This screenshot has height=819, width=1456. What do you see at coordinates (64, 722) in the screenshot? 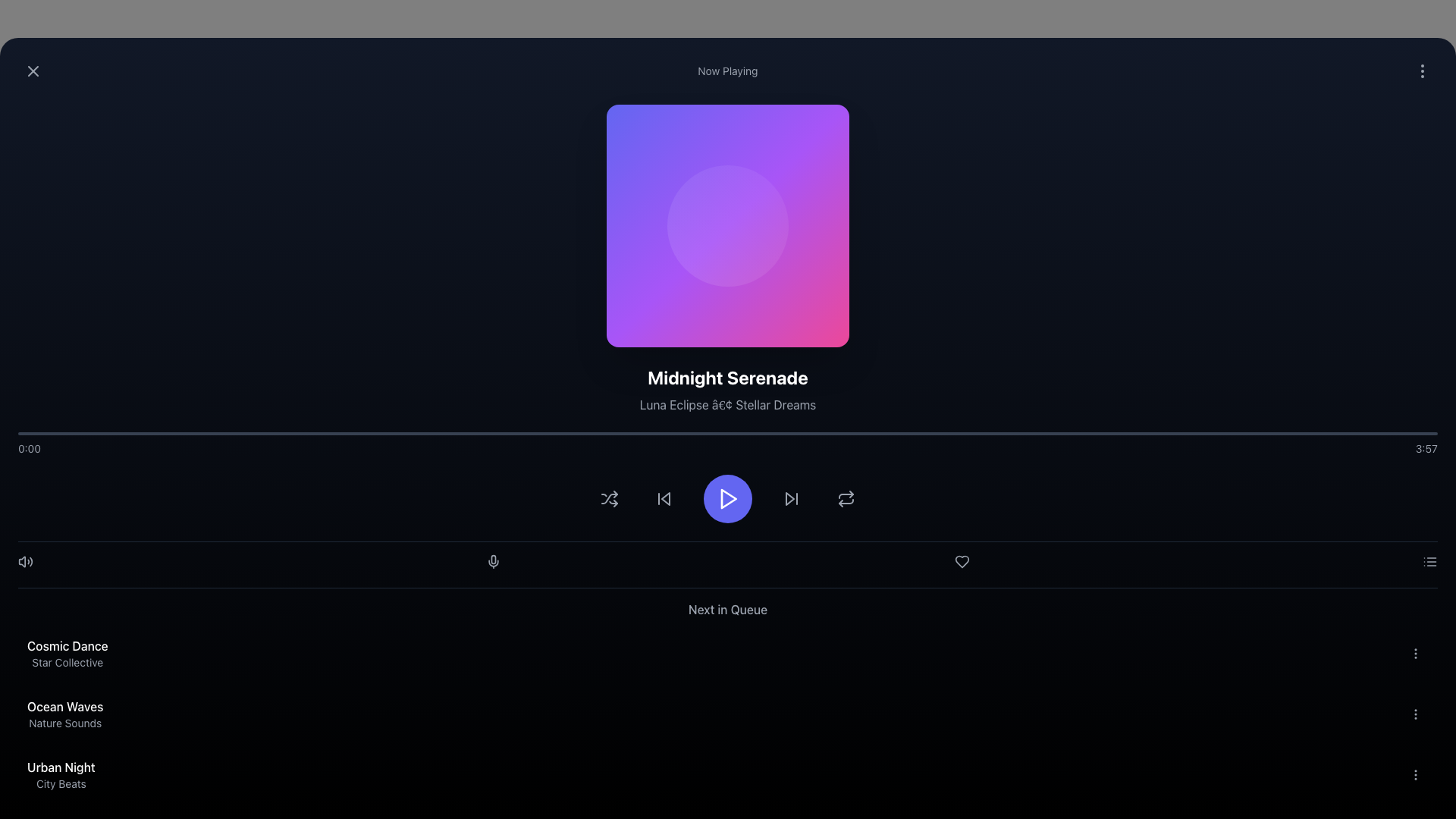
I see `the Text Label that describes the category or genre of the 'Ocean Waves' item, located in the bottom section of the interface, under the 'Ocean Waves' entry in the list` at bounding box center [64, 722].